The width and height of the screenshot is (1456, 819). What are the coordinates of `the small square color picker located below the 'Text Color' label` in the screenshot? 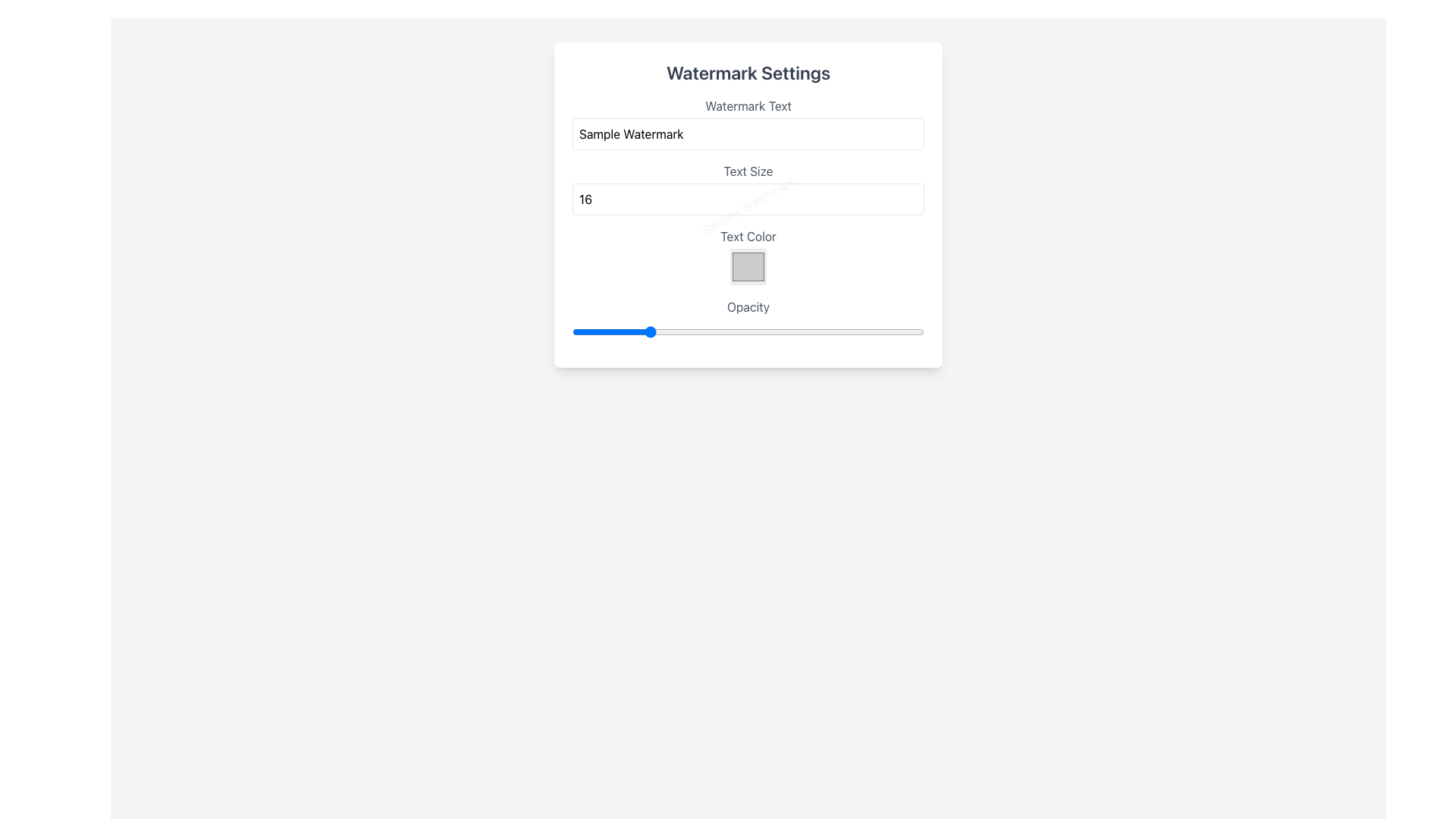 It's located at (748, 256).